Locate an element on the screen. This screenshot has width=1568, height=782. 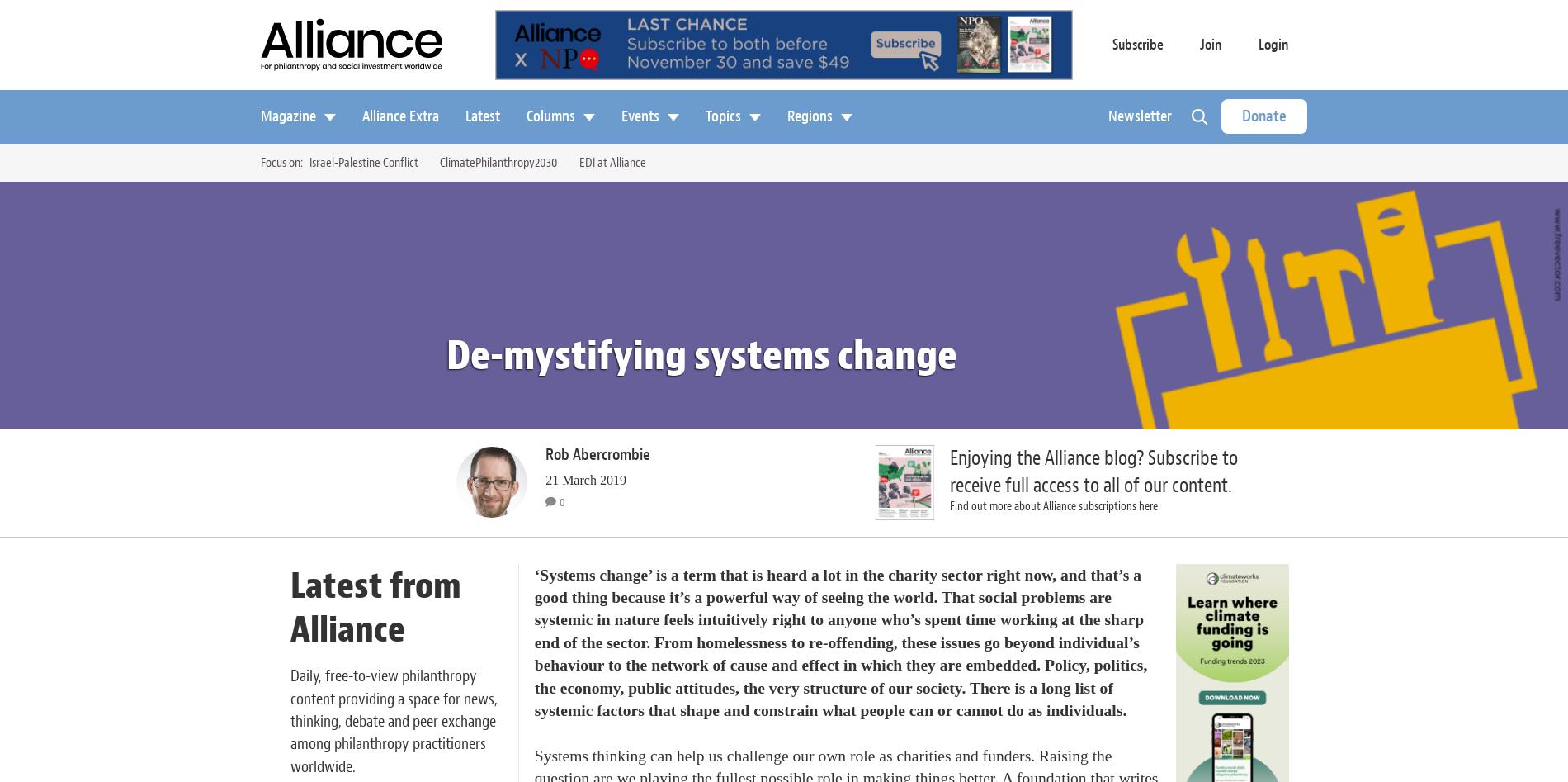
'De-mystifying systems change' is located at coordinates (701, 354).